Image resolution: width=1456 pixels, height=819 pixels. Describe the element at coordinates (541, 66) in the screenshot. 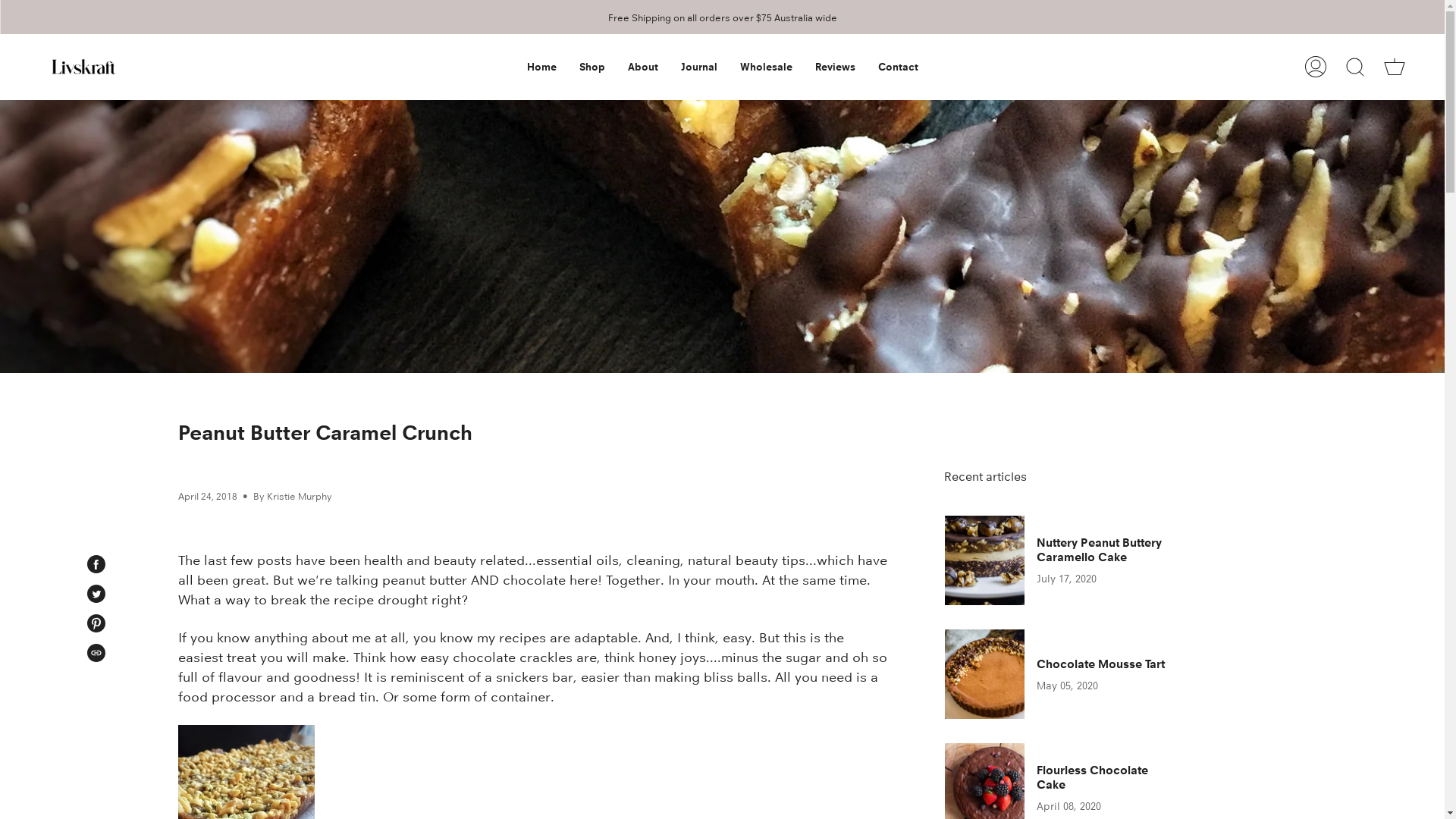

I see `'Home'` at that location.